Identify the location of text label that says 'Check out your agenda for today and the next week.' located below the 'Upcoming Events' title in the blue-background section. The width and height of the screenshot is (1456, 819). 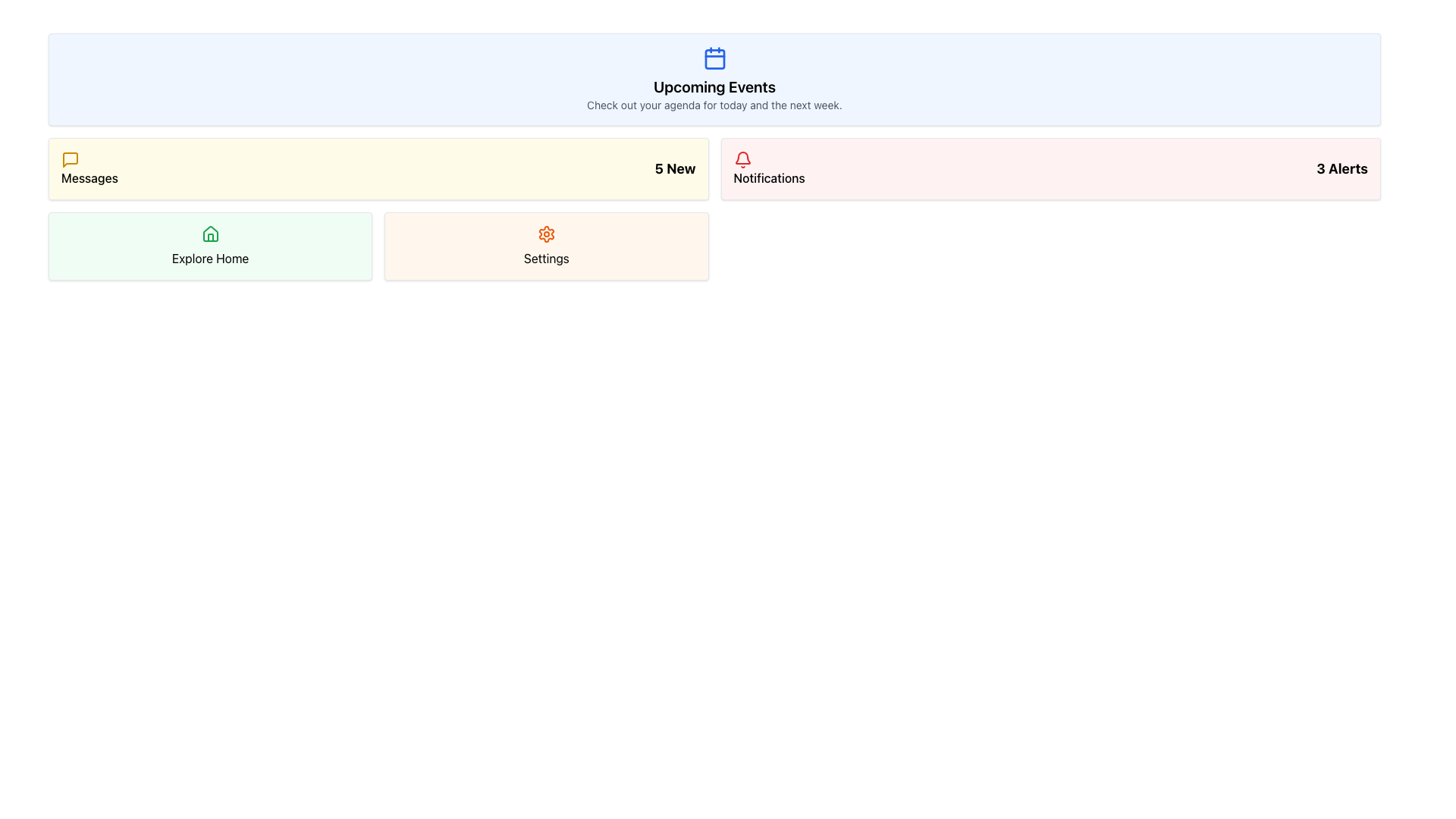
(714, 104).